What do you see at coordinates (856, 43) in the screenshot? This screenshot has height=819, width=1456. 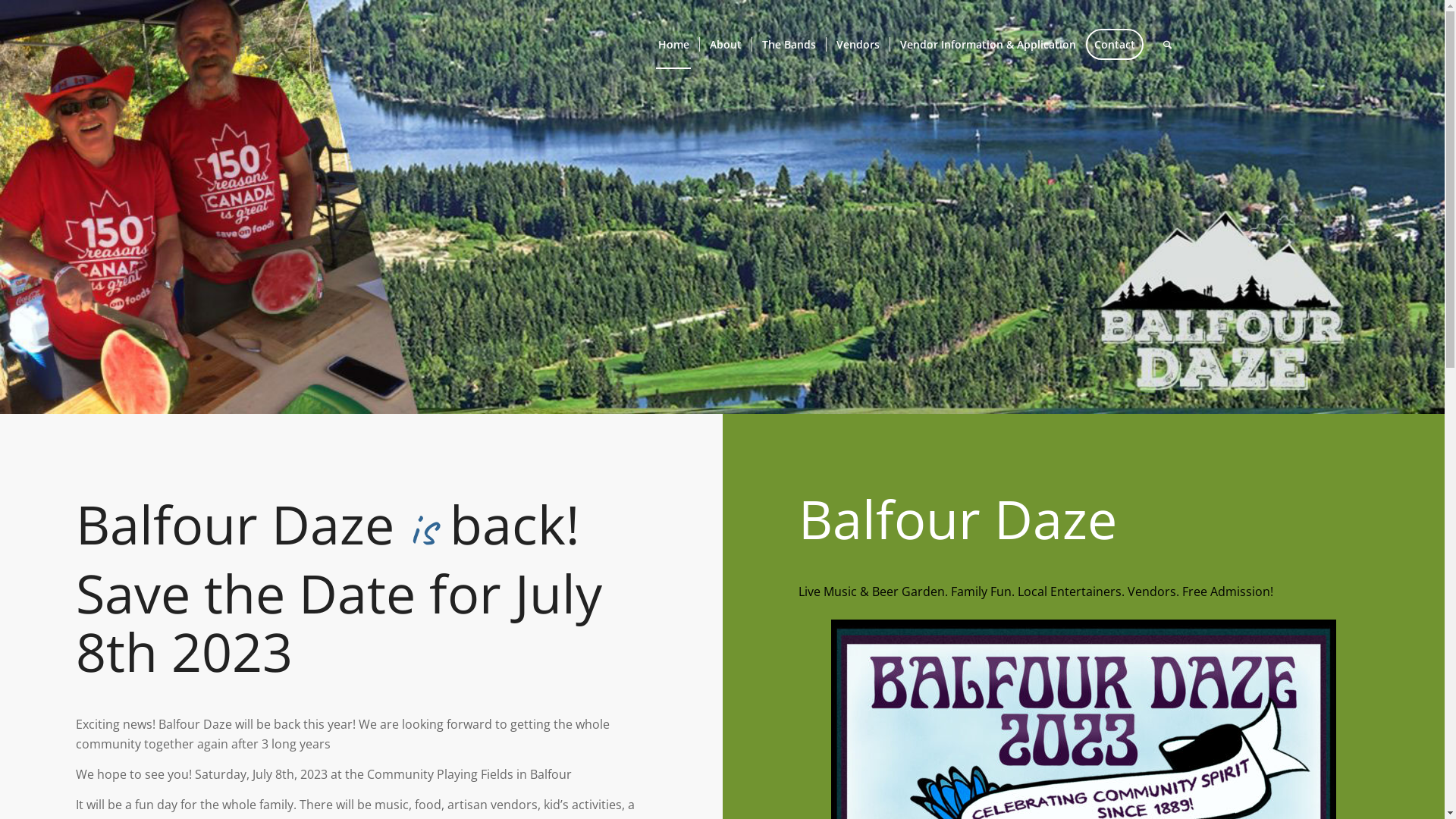 I see `'Vendors'` at bounding box center [856, 43].